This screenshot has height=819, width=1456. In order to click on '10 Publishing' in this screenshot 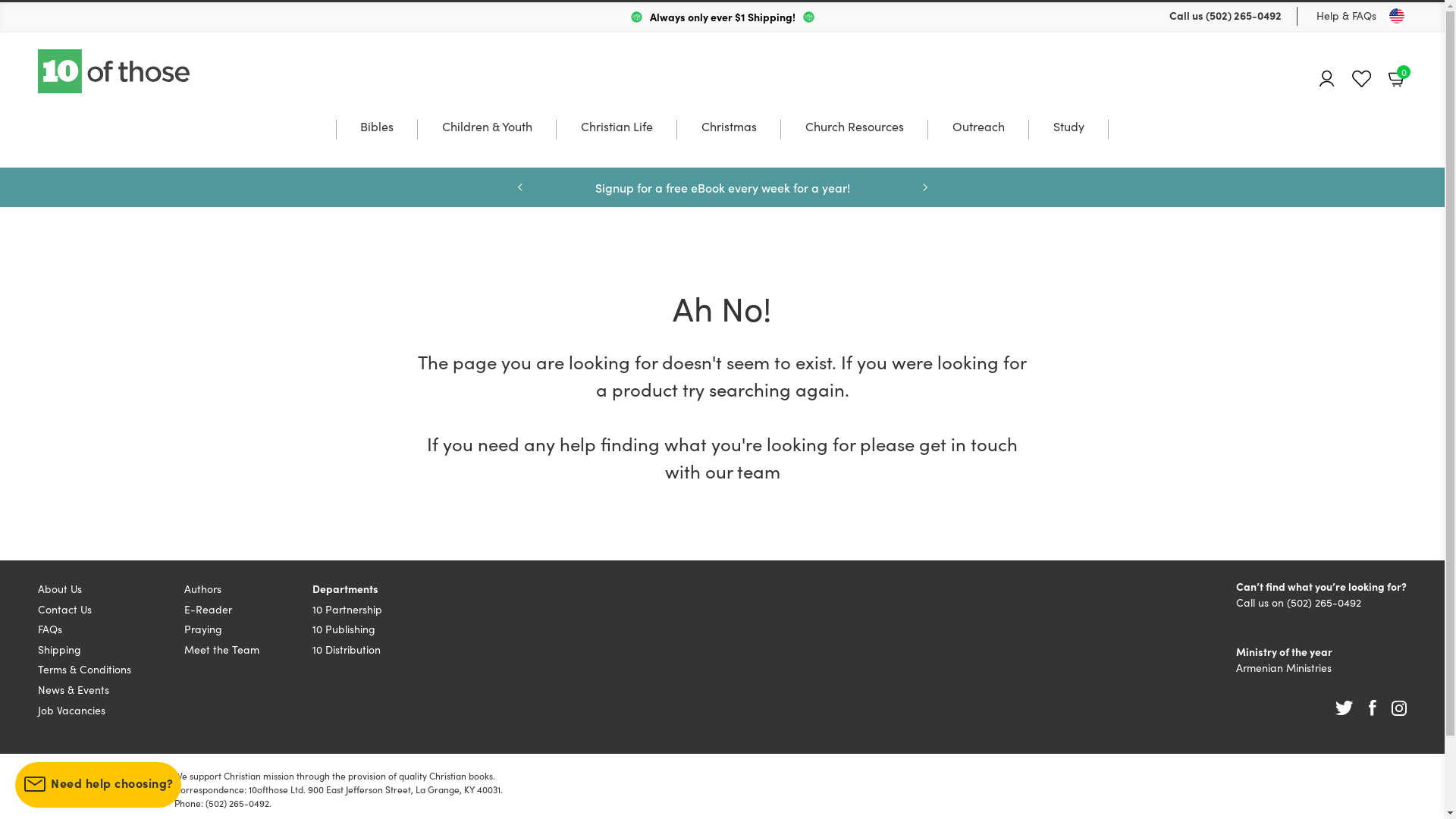, I will do `click(343, 629)`.